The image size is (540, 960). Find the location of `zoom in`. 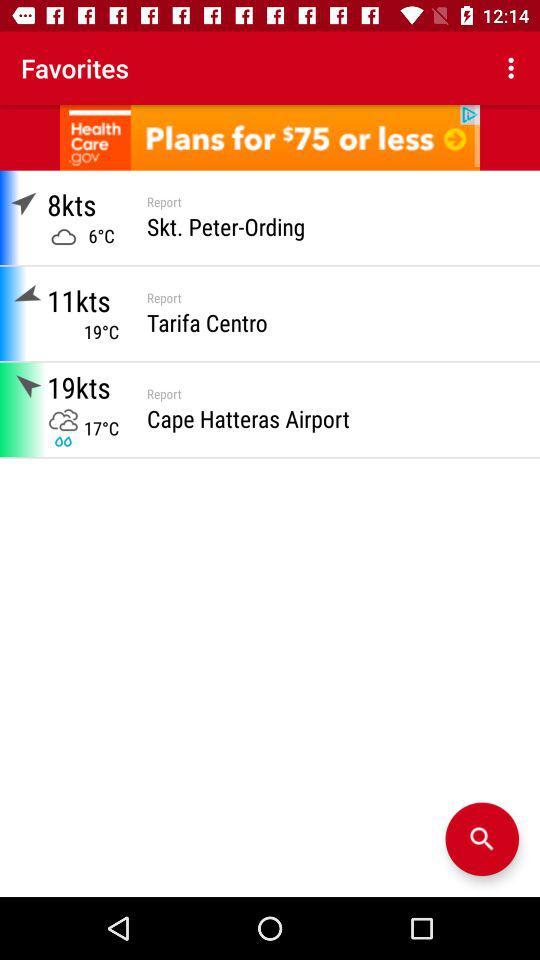

zoom in is located at coordinates (481, 839).